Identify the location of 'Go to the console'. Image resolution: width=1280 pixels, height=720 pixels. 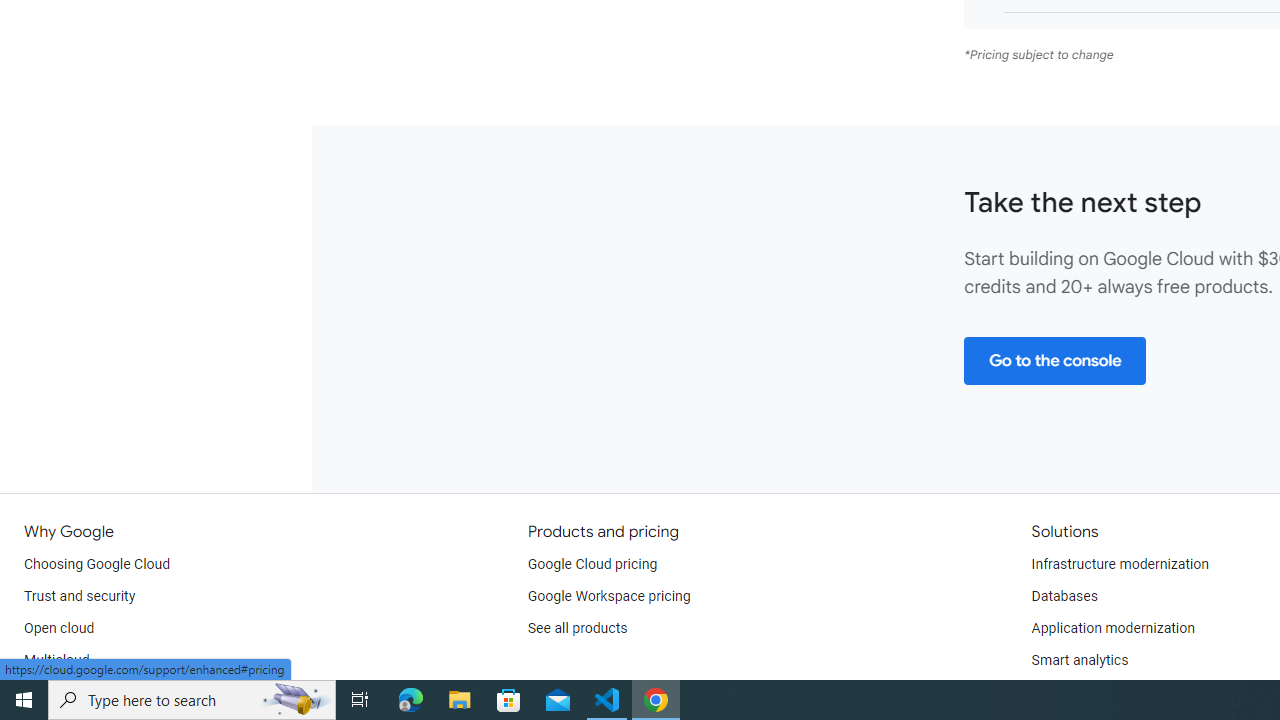
(1054, 360).